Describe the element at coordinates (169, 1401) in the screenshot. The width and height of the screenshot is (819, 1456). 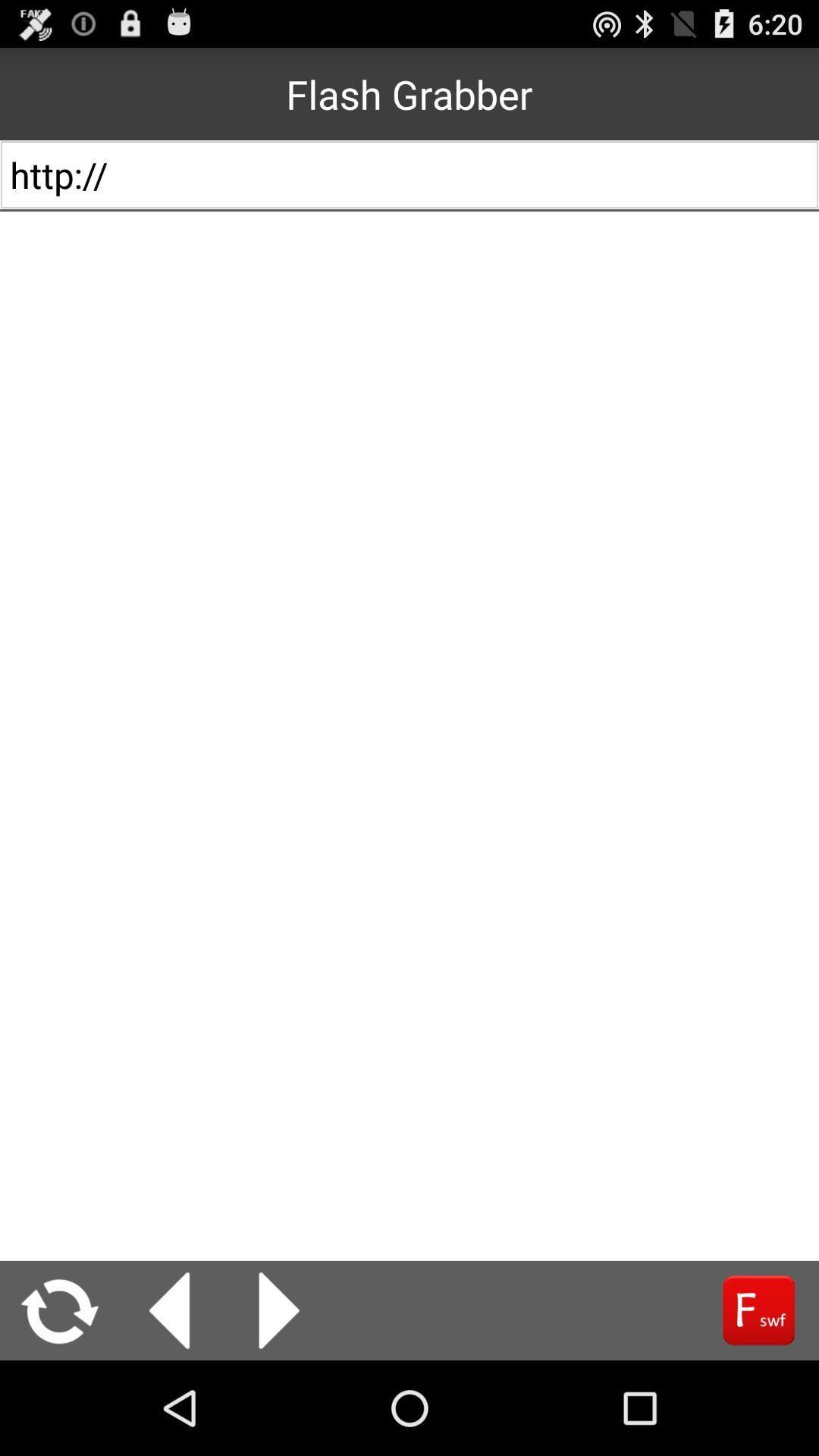
I see `the arrow_backward icon` at that location.